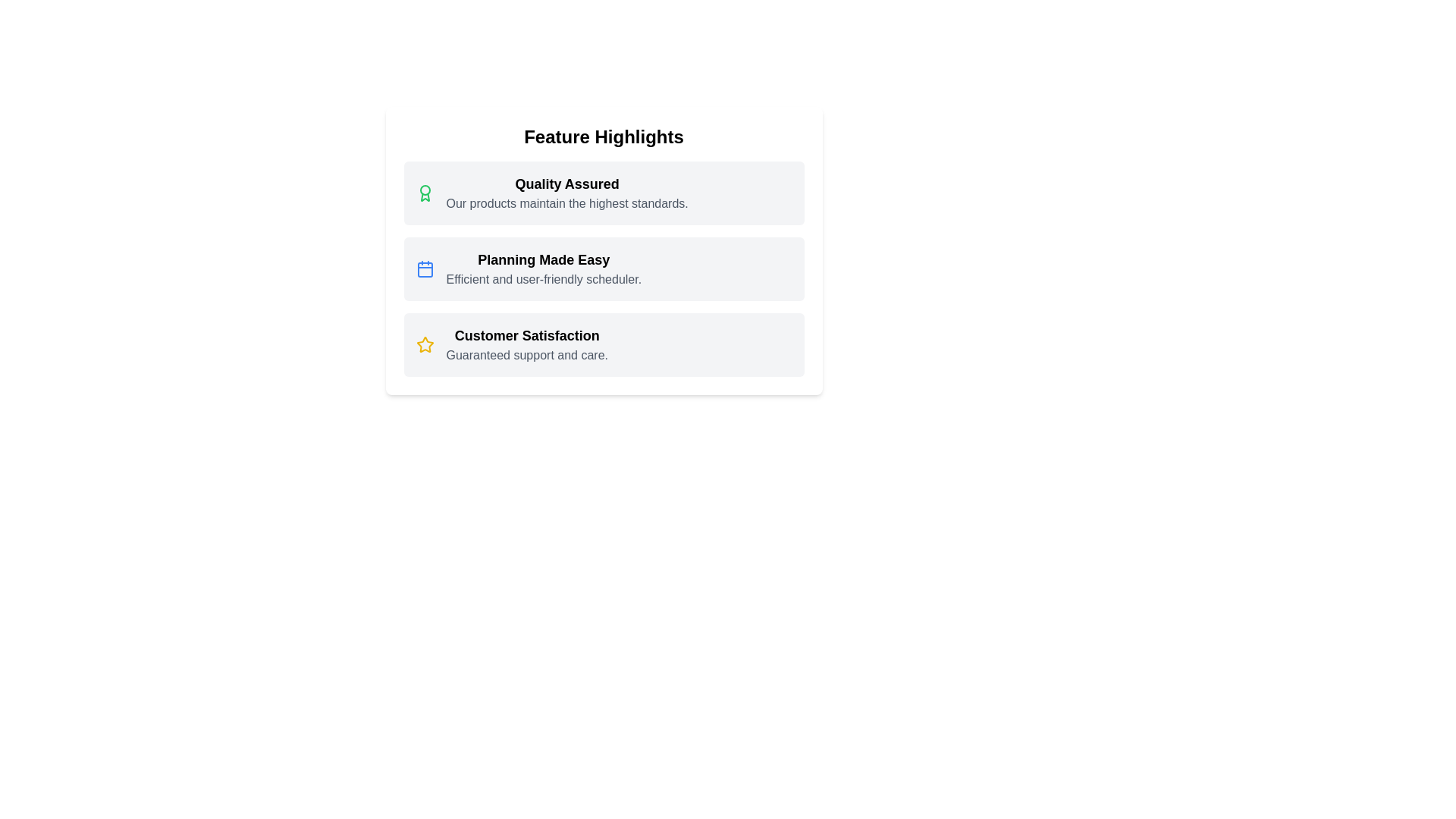  What do you see at coordinates (566, 192) in the screenshot?
I see `the Text block that displays a feature highlight of the product, emphasizing quality assurance, located under the section titled 'Feature Highlights'` at bounding box center [566, 192].